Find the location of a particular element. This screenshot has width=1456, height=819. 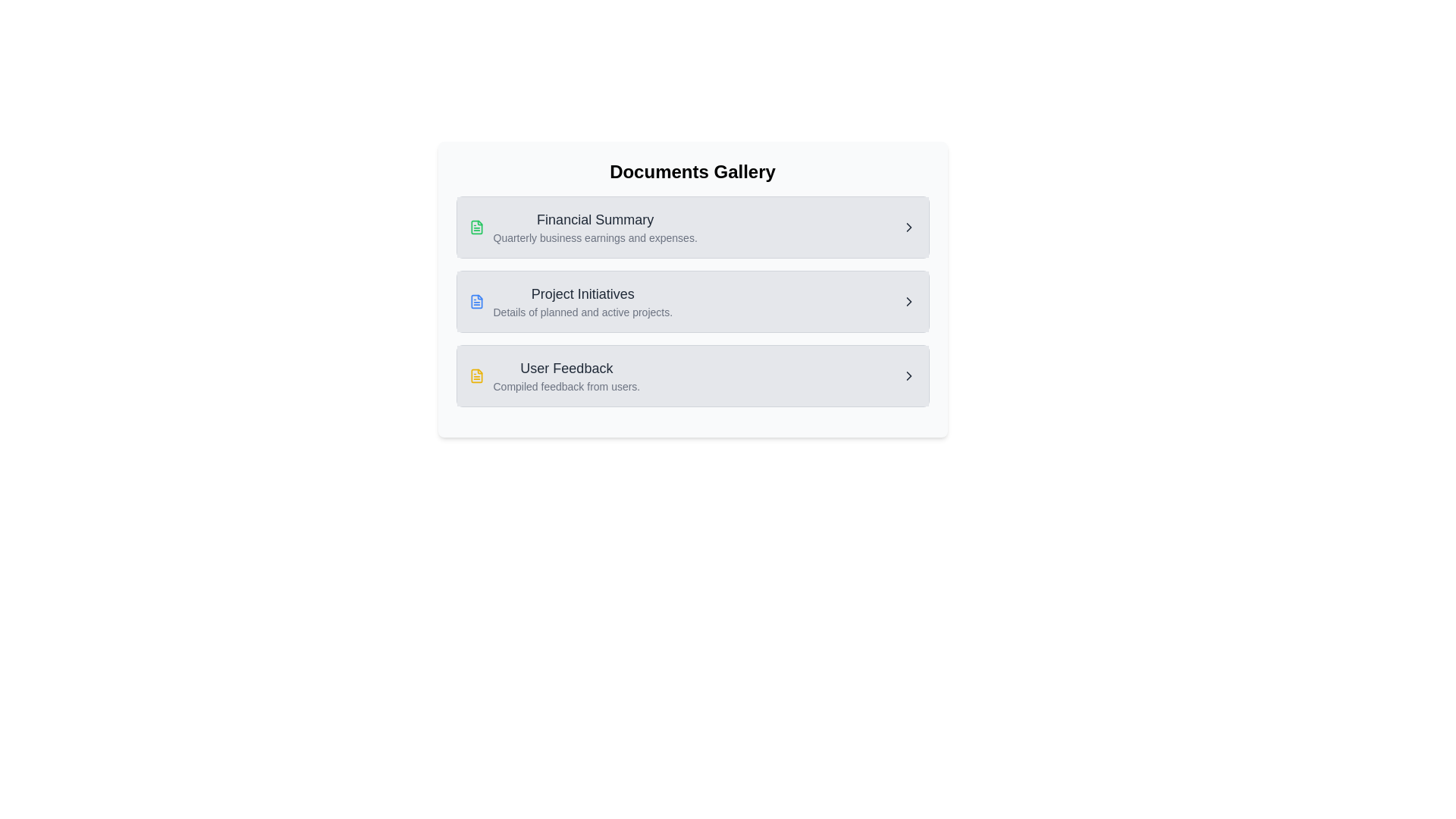

the third interactive list item labeled 'User Feedback' is located at coordinates (554, 375).